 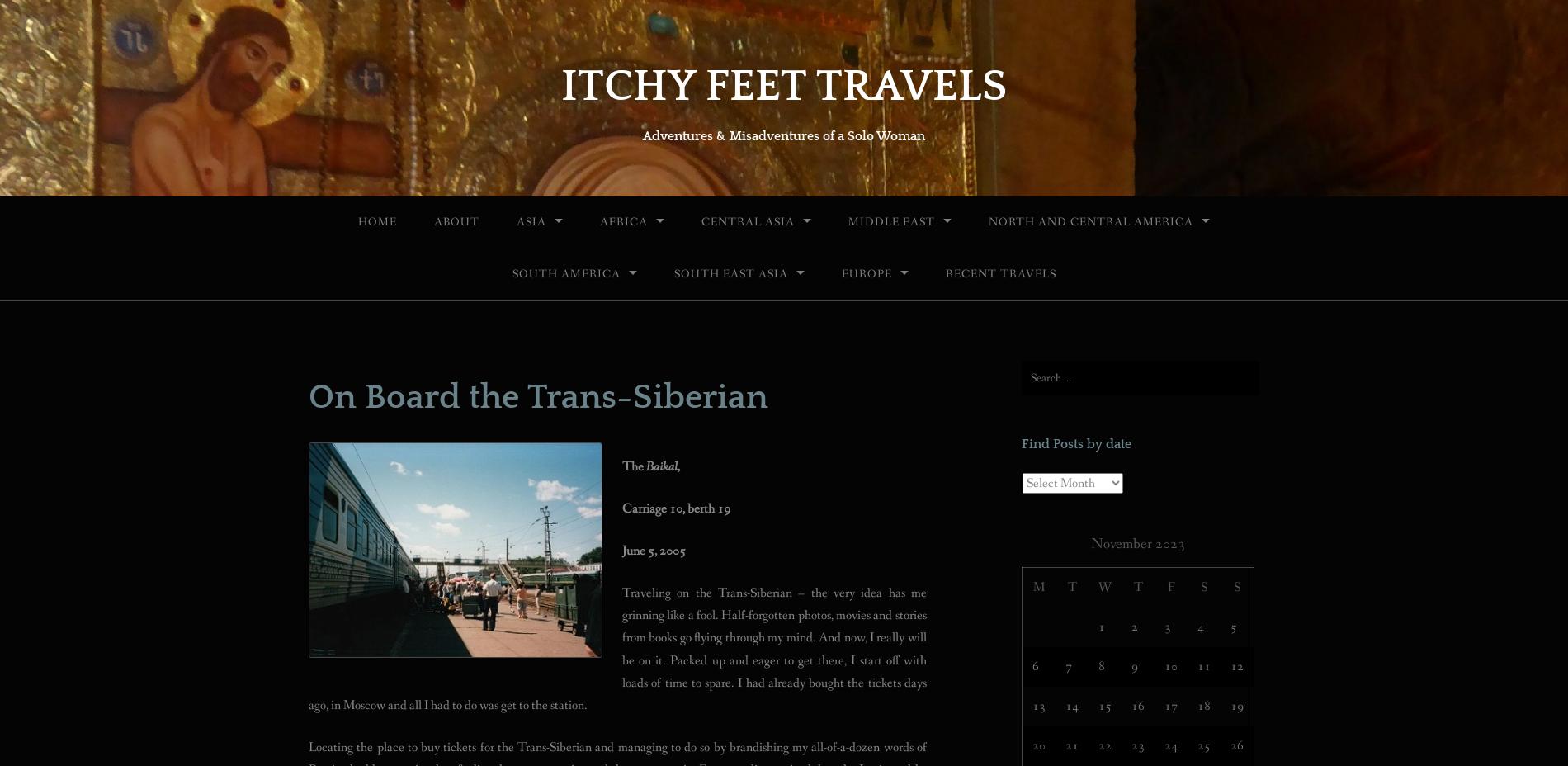 I want to click on '25', so click(x=1197, y=745).